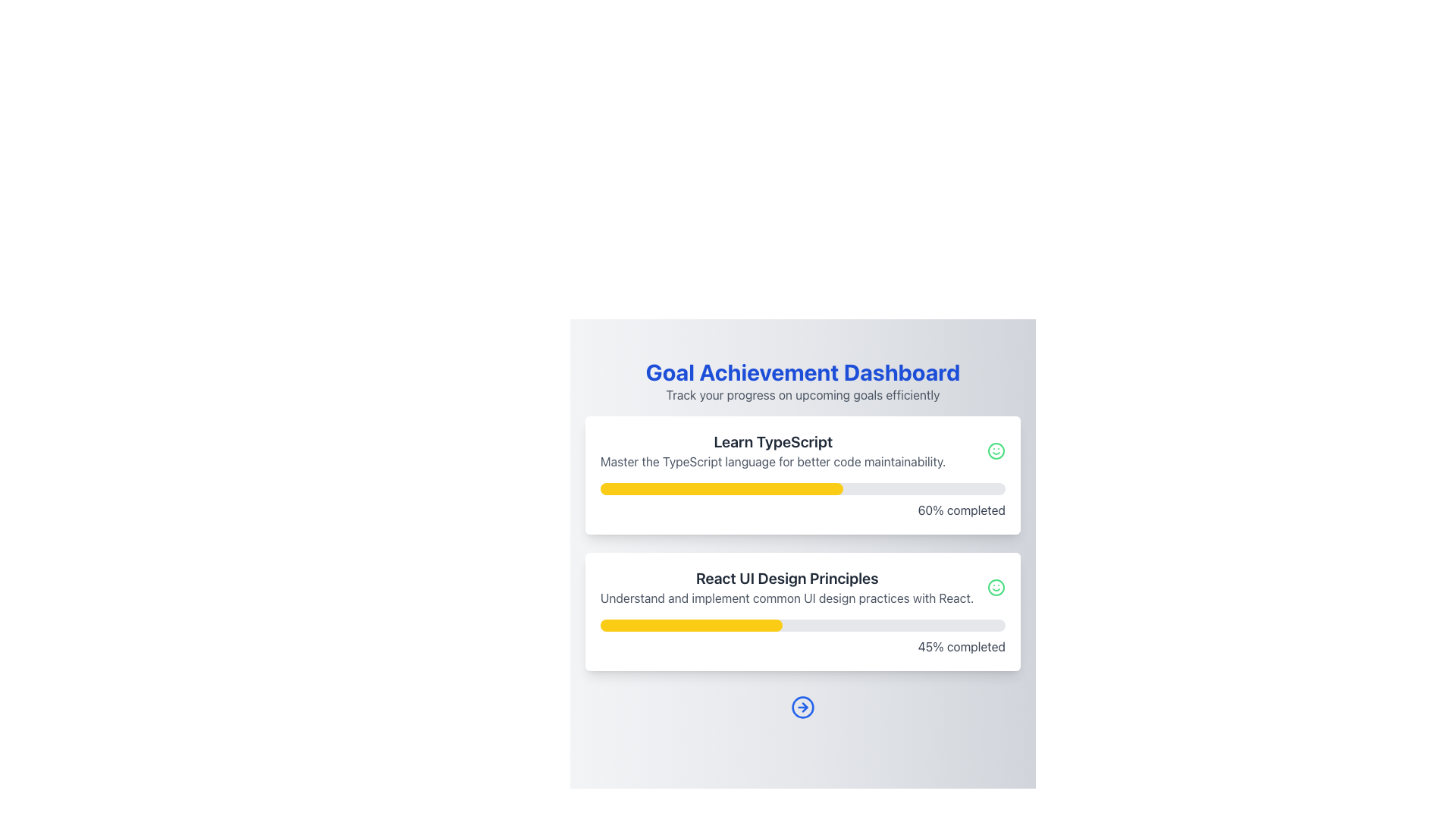 The width and height of the screenshot is (1456, 819). I want to click on the progress bar that indicates 45% completion, located within the 'React UI Design Principles' card, below the 'Learn TypeScript' card, so click(802, 637).